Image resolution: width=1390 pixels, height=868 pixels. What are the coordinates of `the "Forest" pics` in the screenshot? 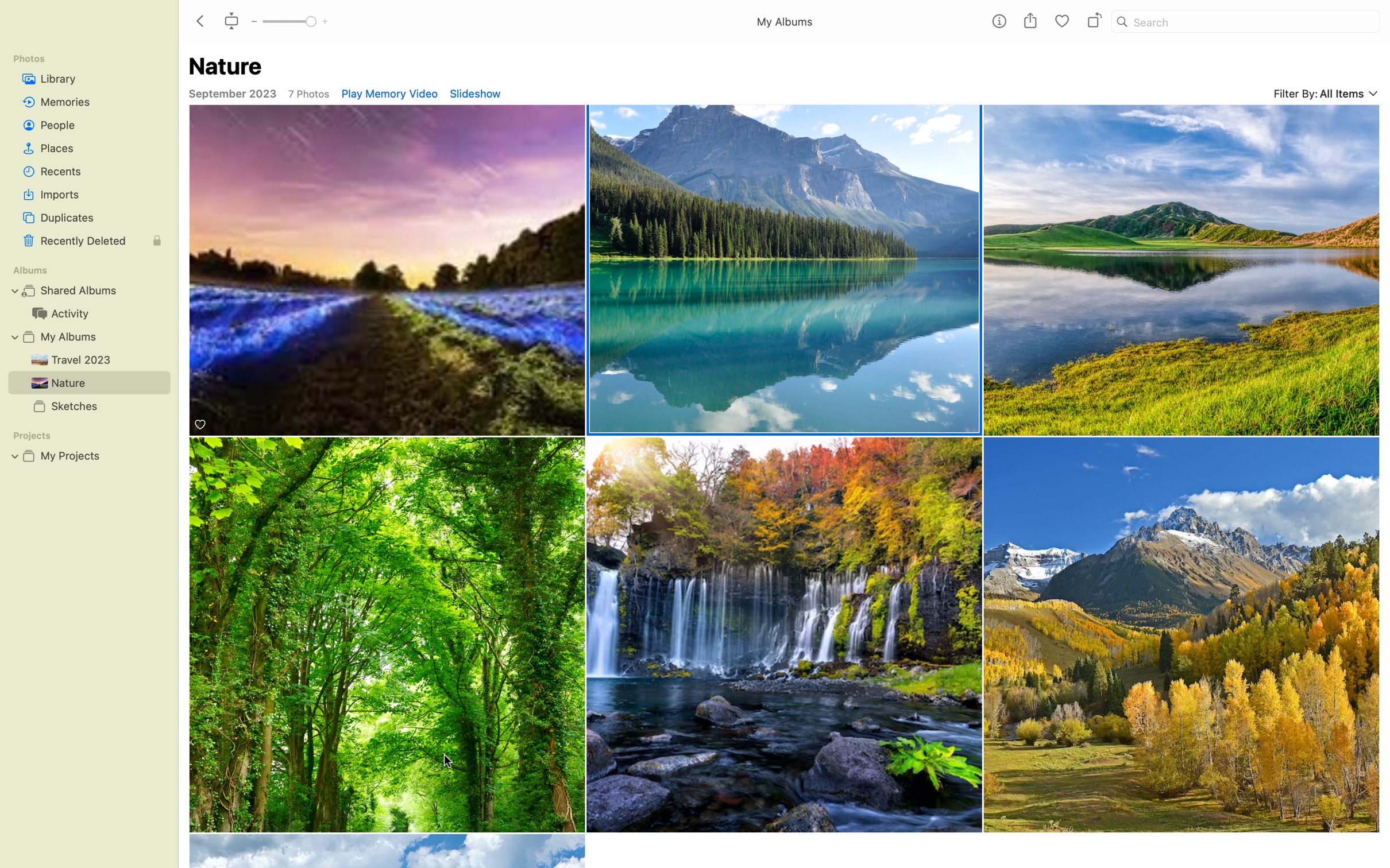 It's located at (387, 634).